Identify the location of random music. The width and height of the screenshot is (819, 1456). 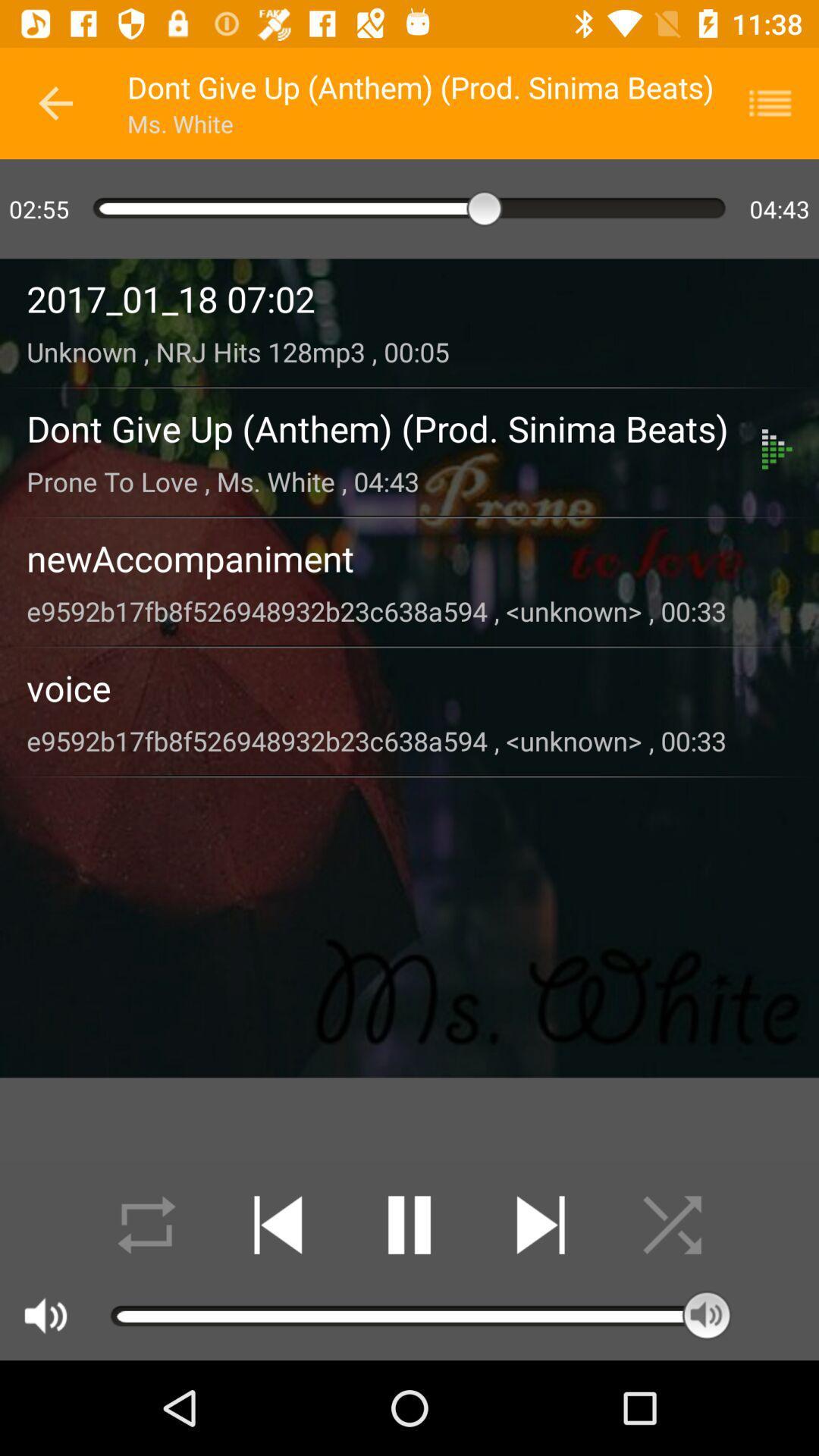
(671, 1225).